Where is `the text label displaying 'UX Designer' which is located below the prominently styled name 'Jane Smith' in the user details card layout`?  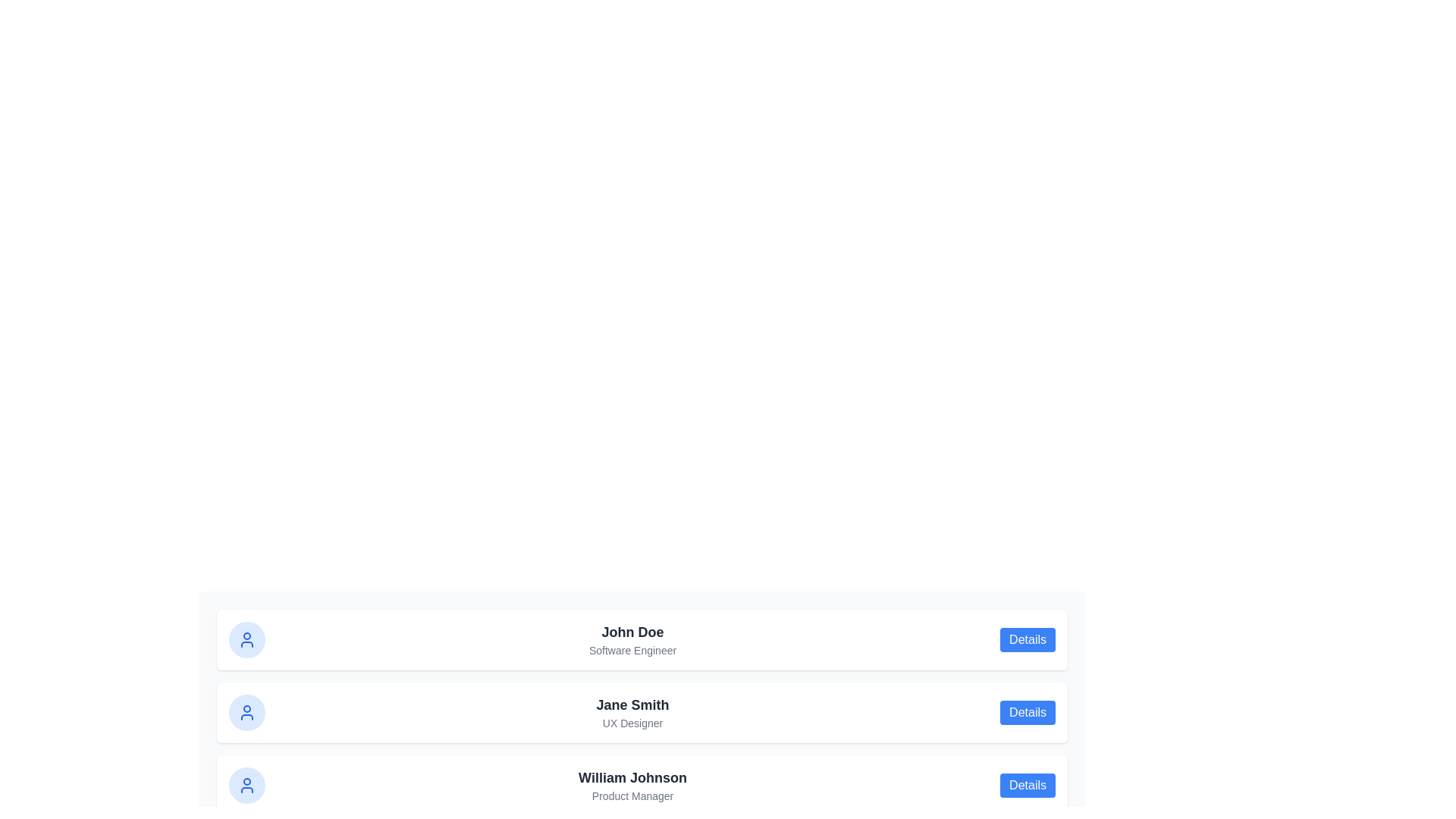
the text label displaying 'UX Designer' which is located below the prominently styled name 'Jane Smith' in the user details card layout is located at coordinates (632, 722).